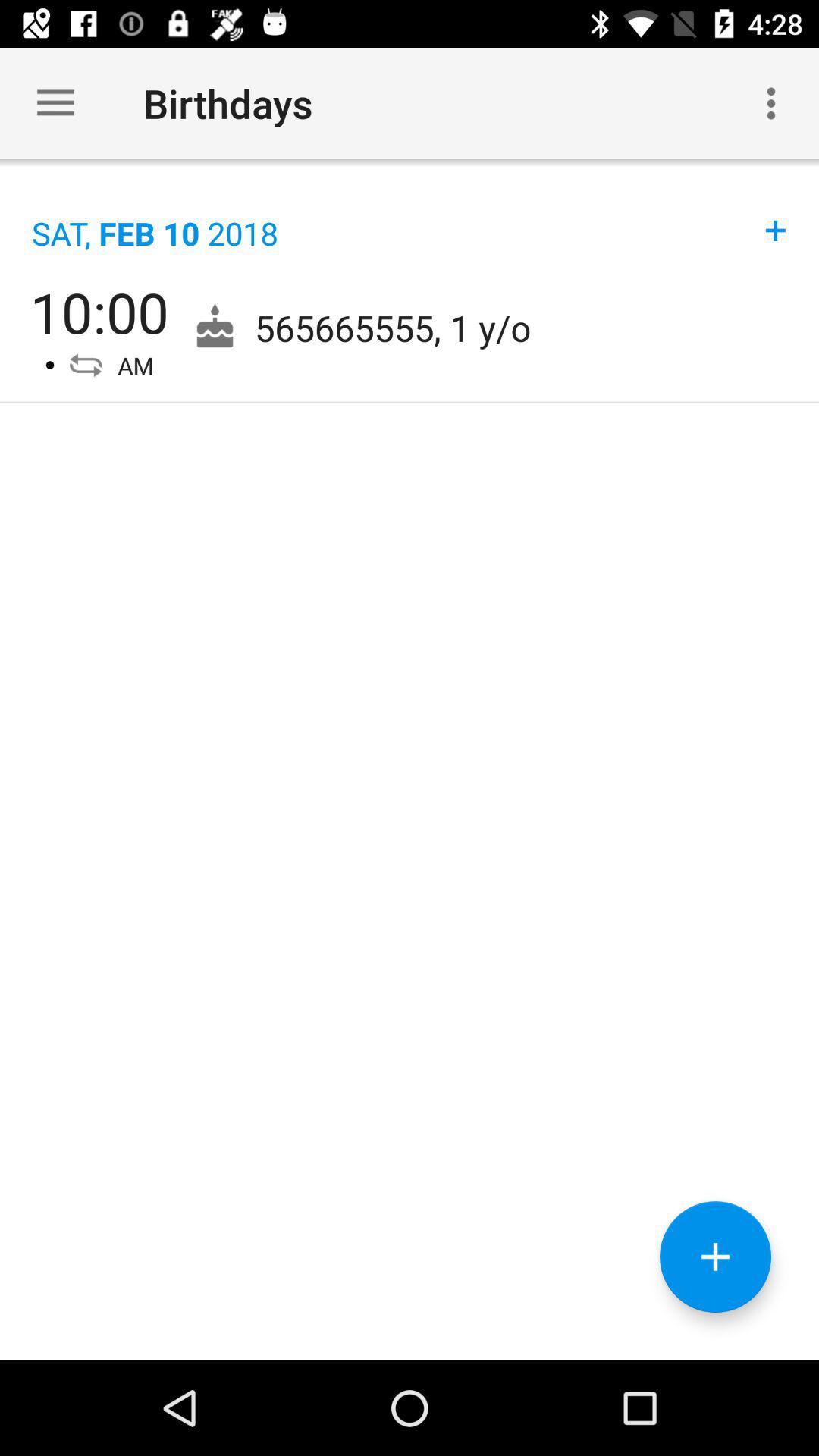  I want to click on item above 565665555 1 y item, so click(775, 214).